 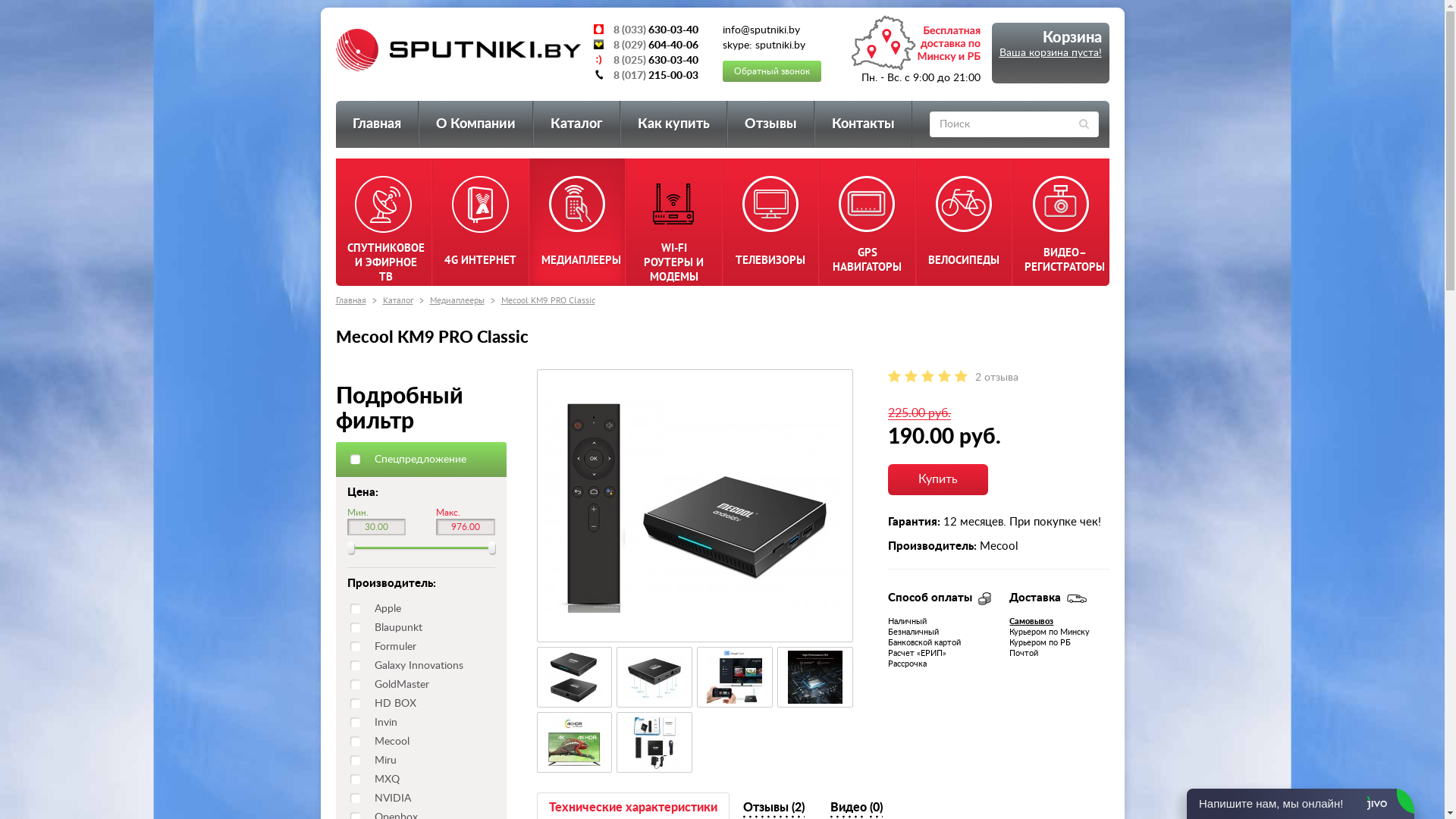 What do you see at coordinates (654, 676) in the screenshot?
I see `'Mecool KM9 PRO Classic'` at bounding box center [654, 676].